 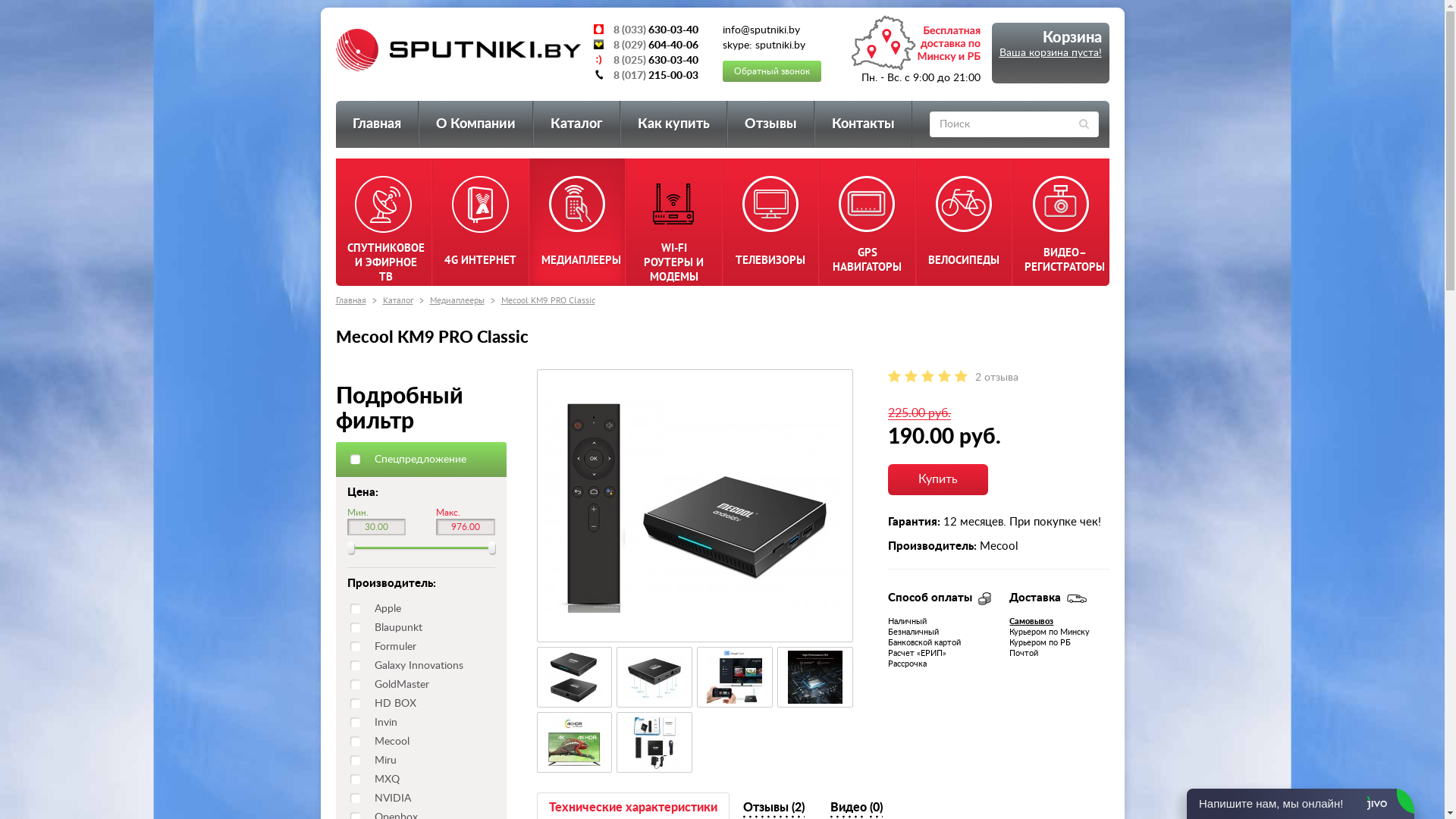 What do you see at coordinates (654, 676) in the screenshot?
I see `'Mecool KM9 PRO Classic'` at bounding box center [654, 676].